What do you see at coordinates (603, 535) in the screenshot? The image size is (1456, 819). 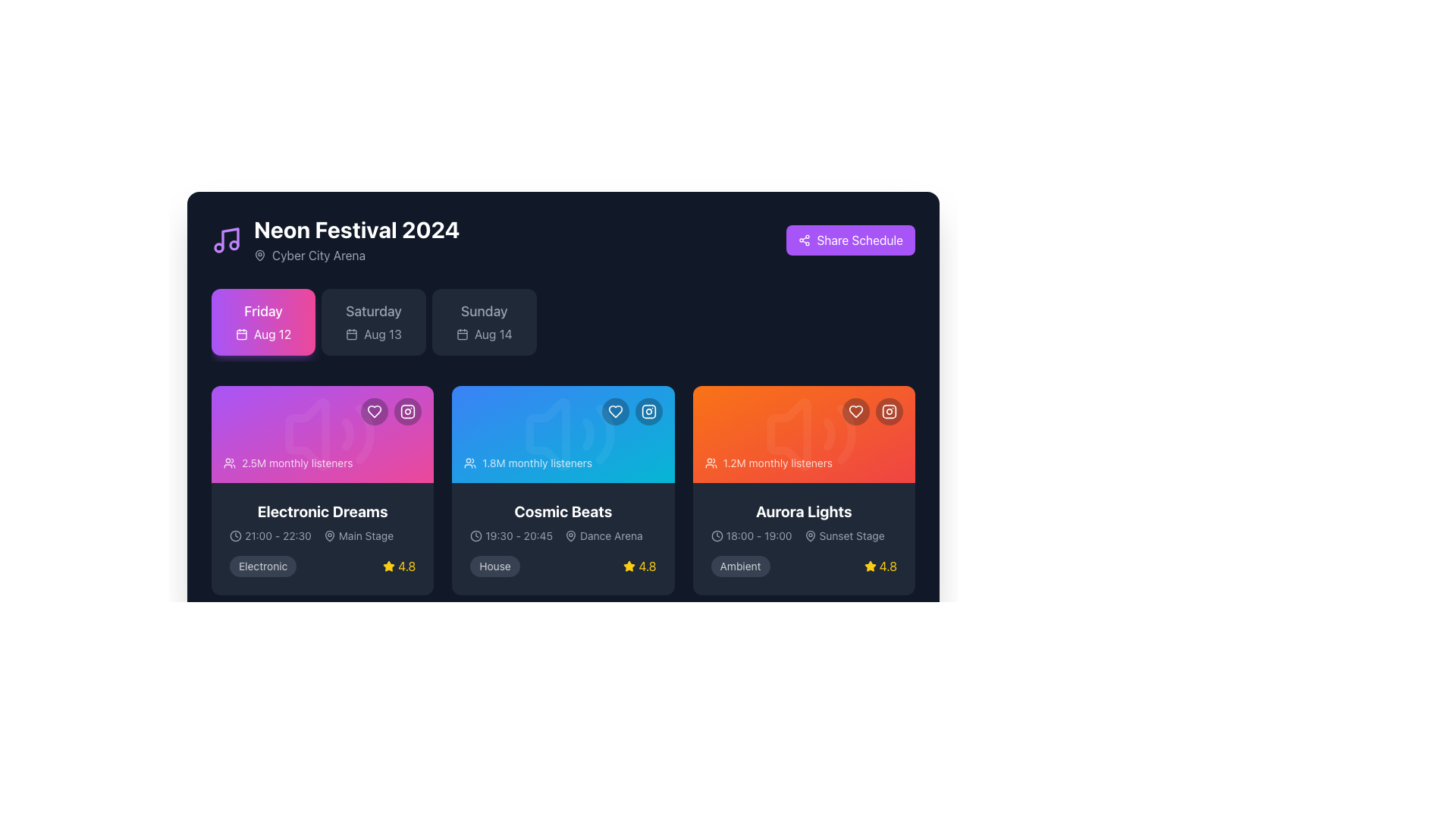 I see `the text label indicating the location for the 'Cosmic Beats' event, which is located in the bottom section of the 'Cosmic Beats' card, to the right of the time range 19:30 - 20:45` at bounding box center [603, 535].